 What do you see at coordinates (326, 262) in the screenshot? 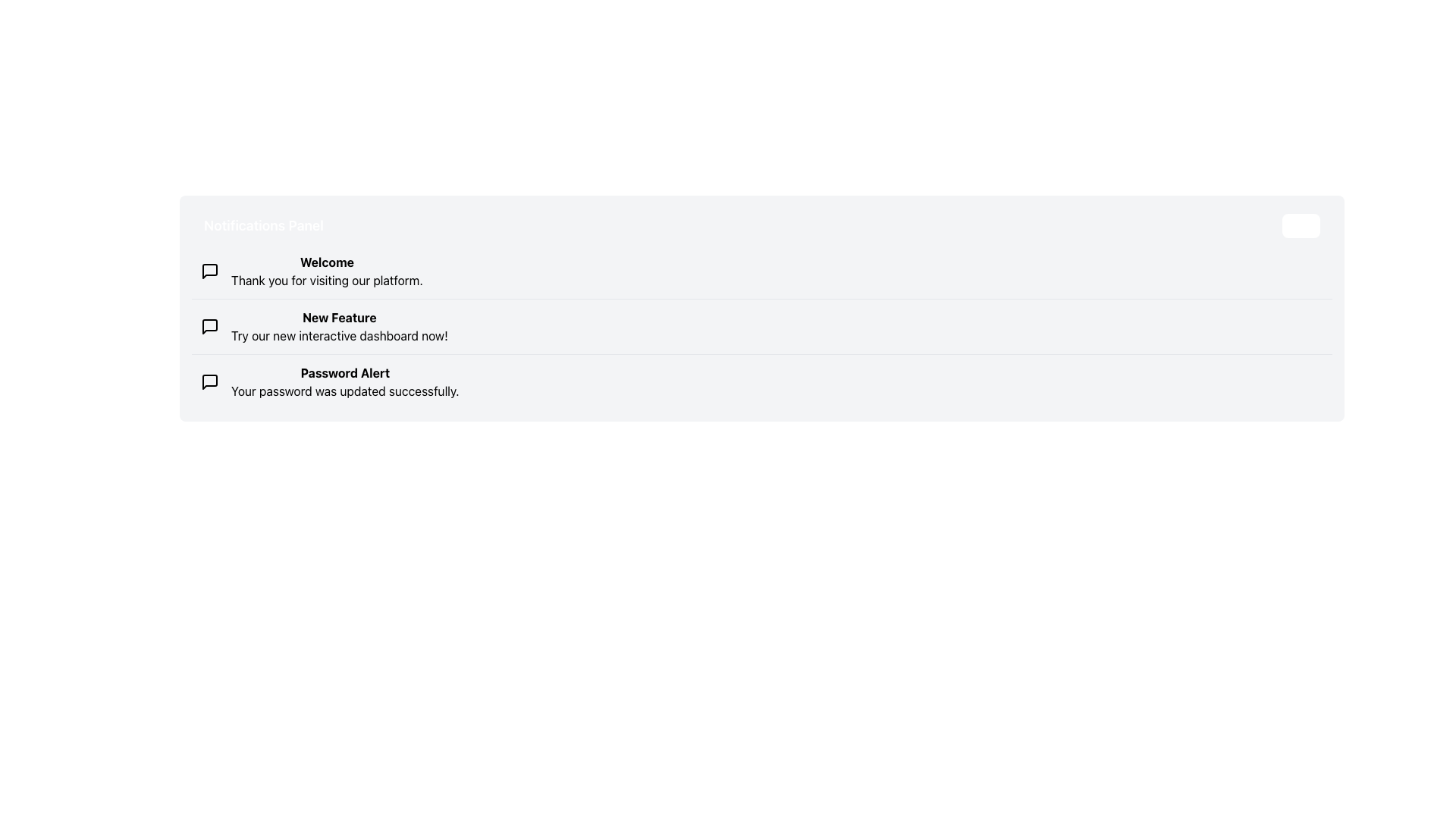
I see `text from the Text Label which serves as the title for the notification message, located at the top of the notifications area` at bounding box center [326, 262].